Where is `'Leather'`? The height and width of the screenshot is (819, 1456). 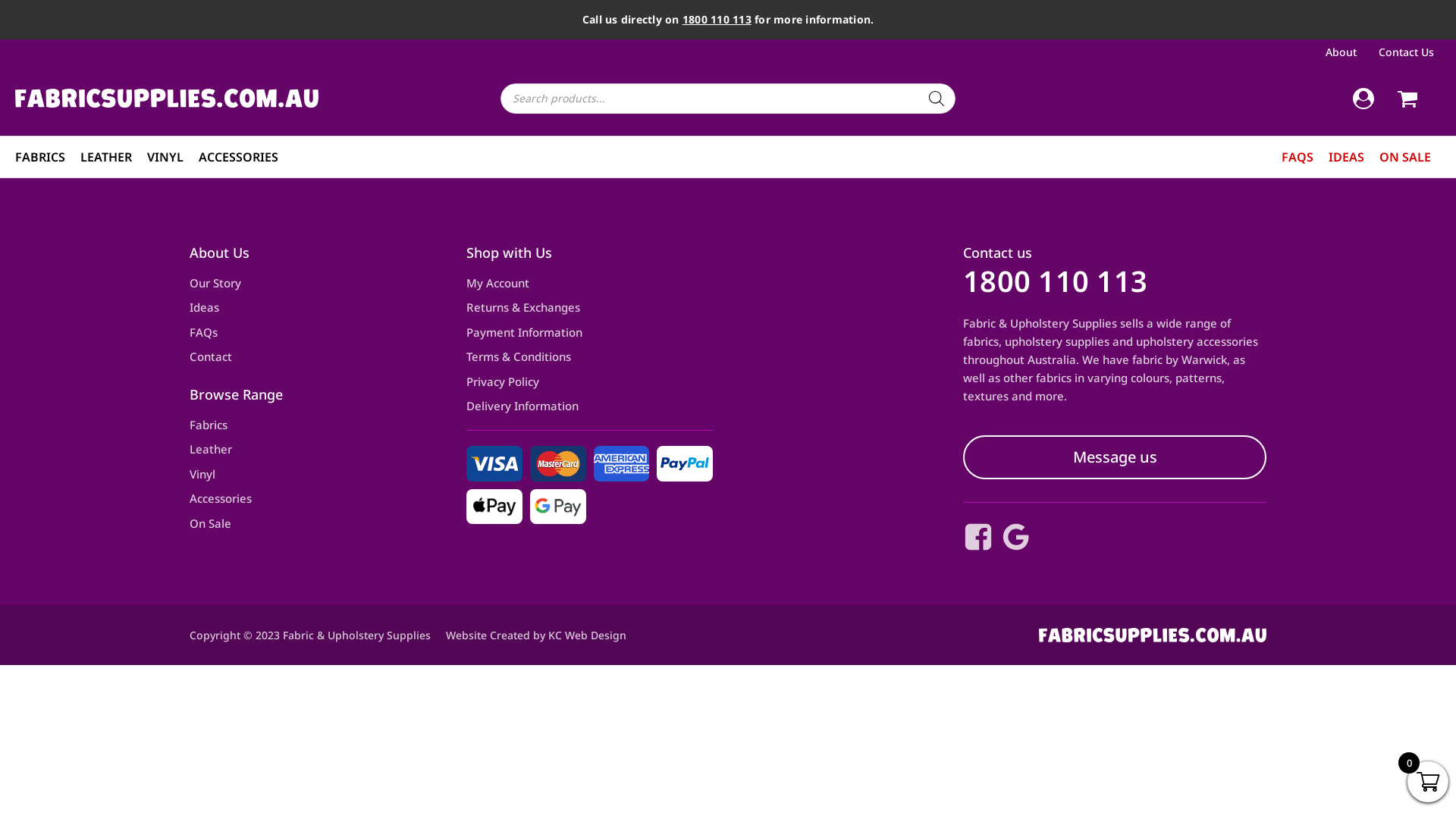 'Leather' is located at coordinates (210, 448).